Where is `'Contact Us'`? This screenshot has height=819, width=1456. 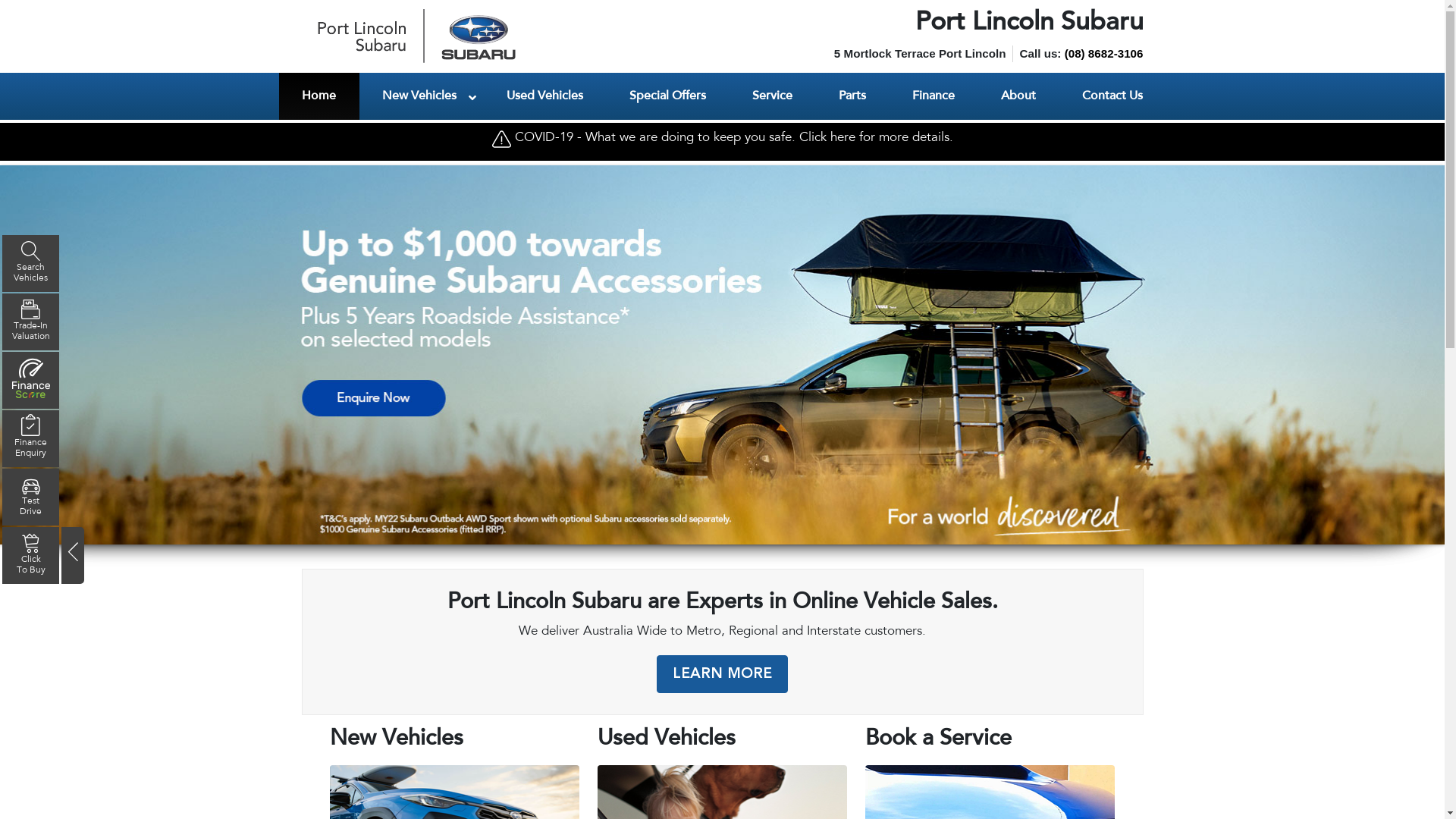 'Contact Us' is located at coordinates (1112, 96).